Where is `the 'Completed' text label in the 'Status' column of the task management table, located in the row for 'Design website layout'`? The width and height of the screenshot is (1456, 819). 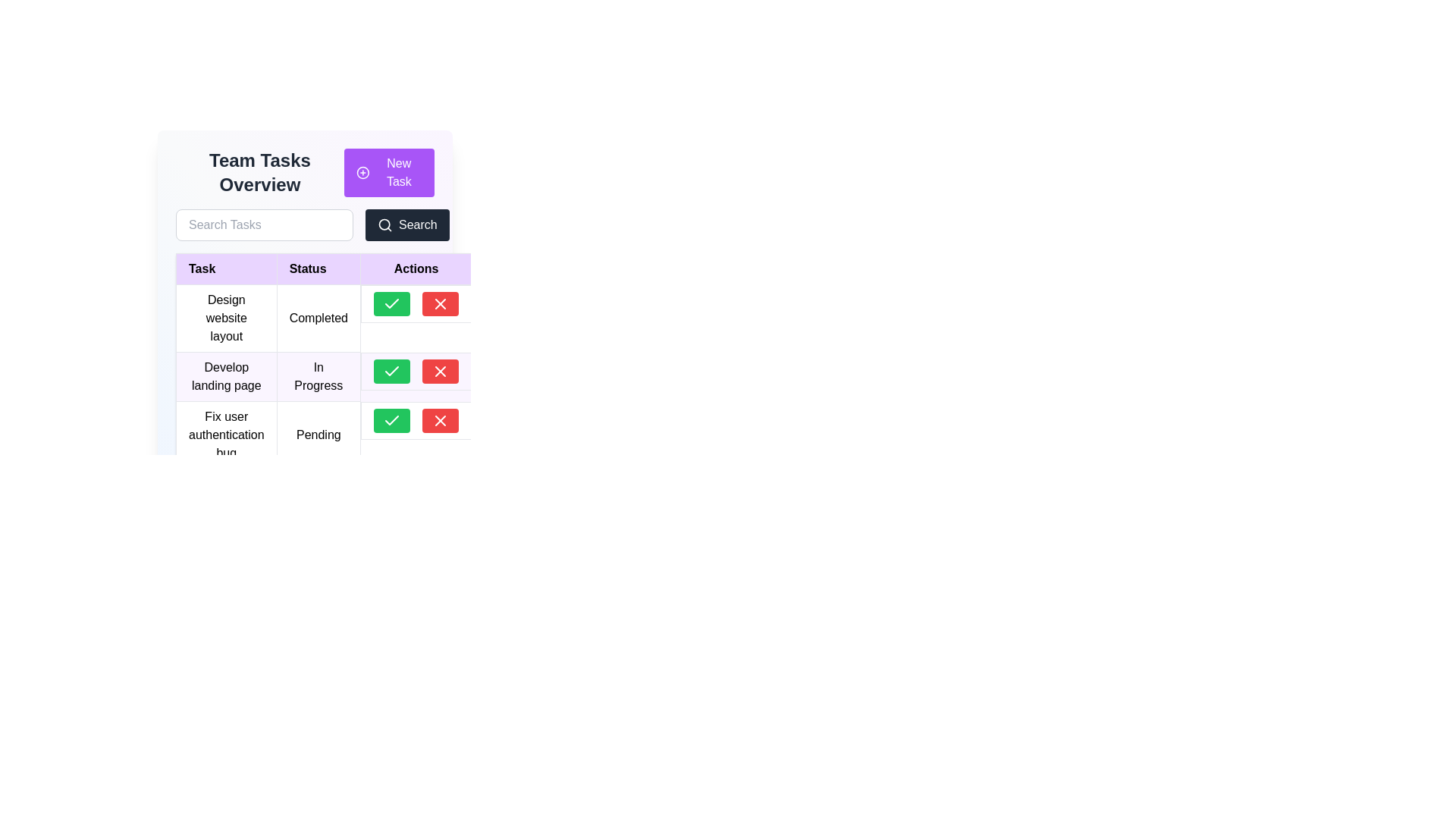 the 'Completed' text label in the 'Status' column of the task management table, located in the row for 'Design website layout' is located at coordinates (318, 318).